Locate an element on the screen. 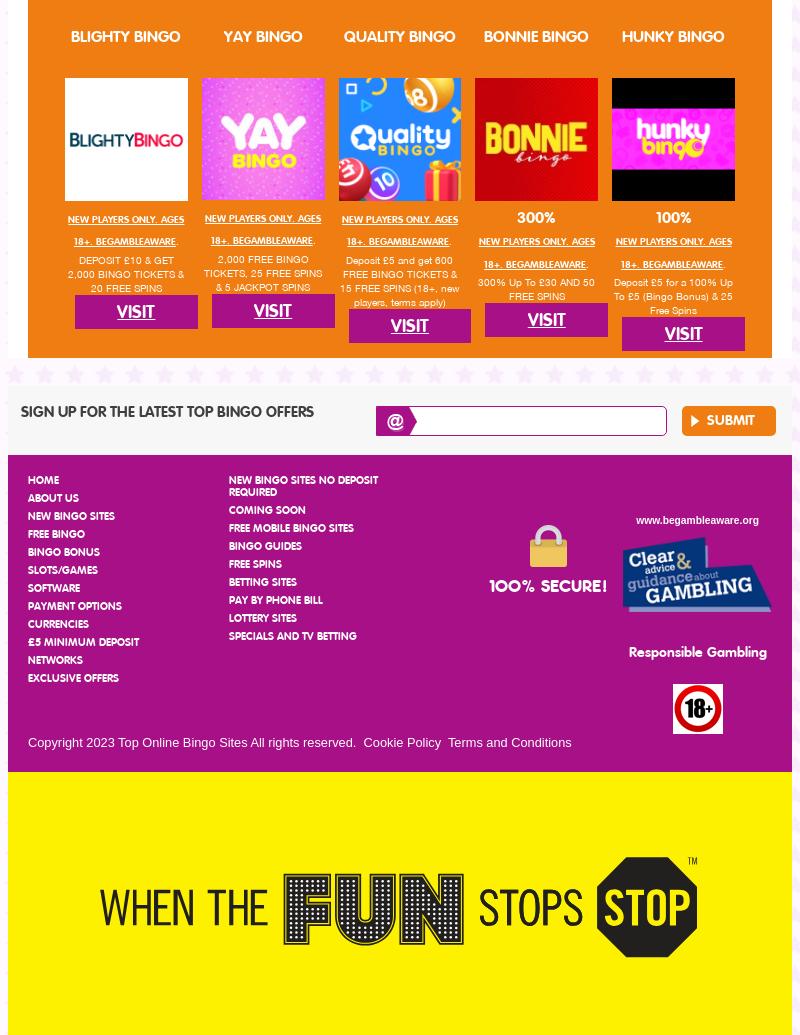 Image resolution: width=800 pixels, height=1035 pixels. '2,000 FREE BINGO TICKETS, 25 FREE SPINS & 5 JACKPOT SPINS' is located at coordinates (261, 271).